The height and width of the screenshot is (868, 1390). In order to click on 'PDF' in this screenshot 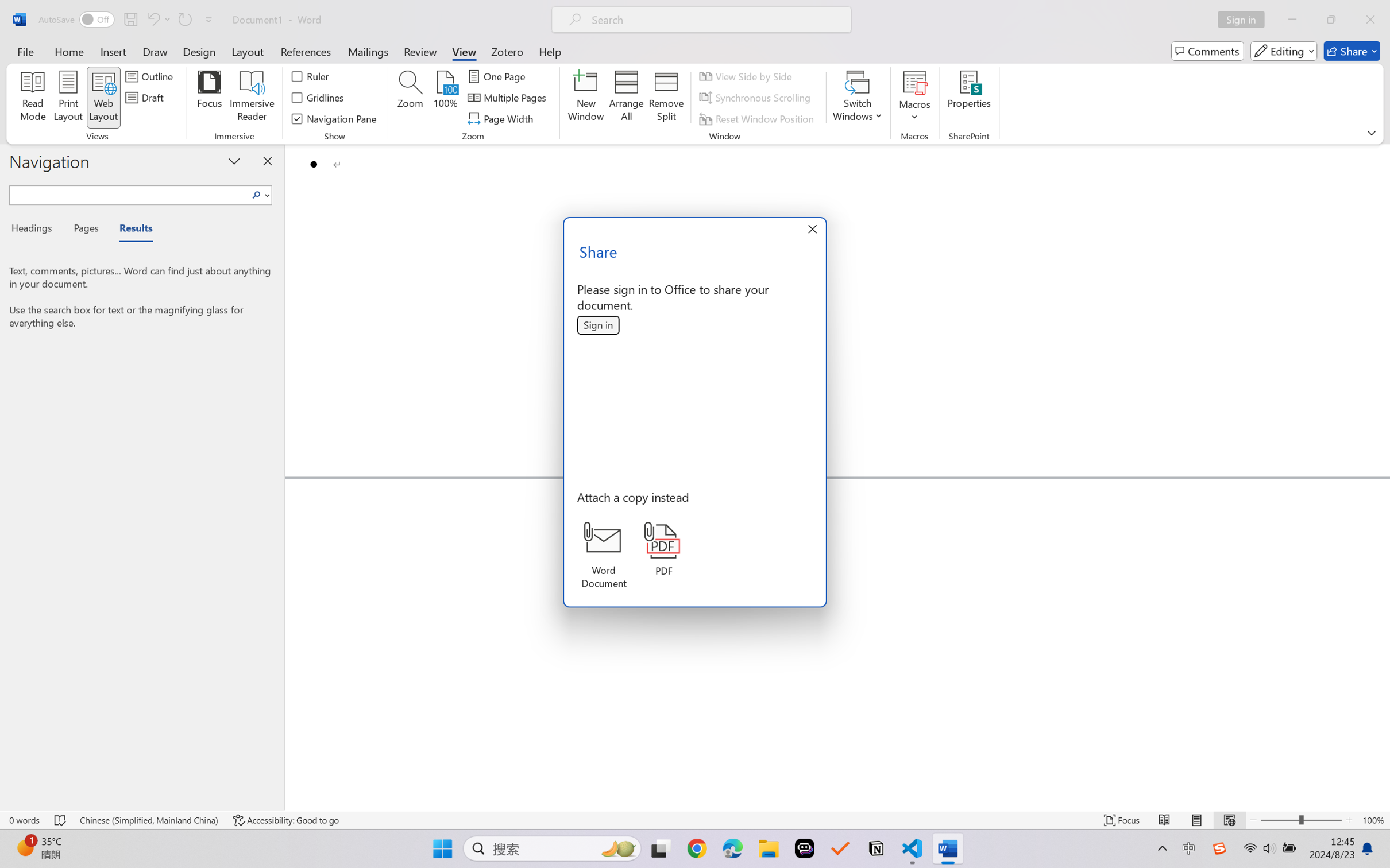, I will do `click(663, 549)`.